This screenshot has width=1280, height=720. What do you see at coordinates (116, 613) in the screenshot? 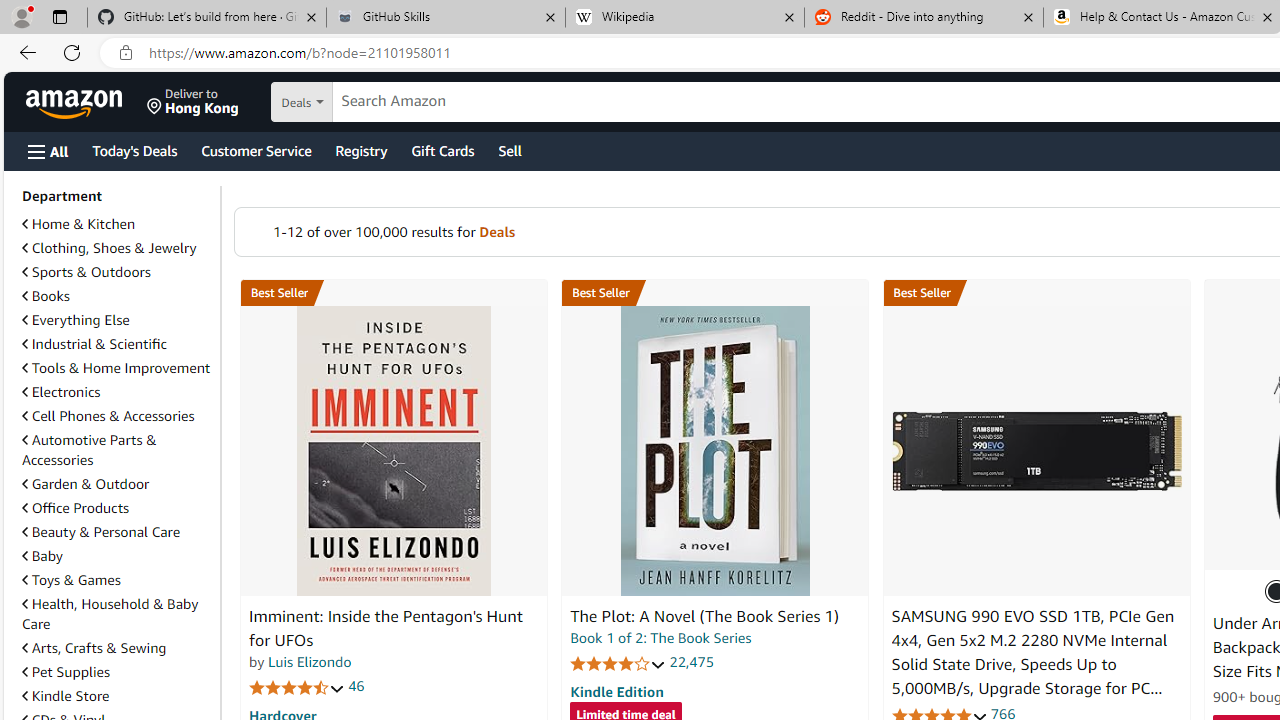
I see `'Health, Household & Baby Care'` at bounding box center [116, 613].